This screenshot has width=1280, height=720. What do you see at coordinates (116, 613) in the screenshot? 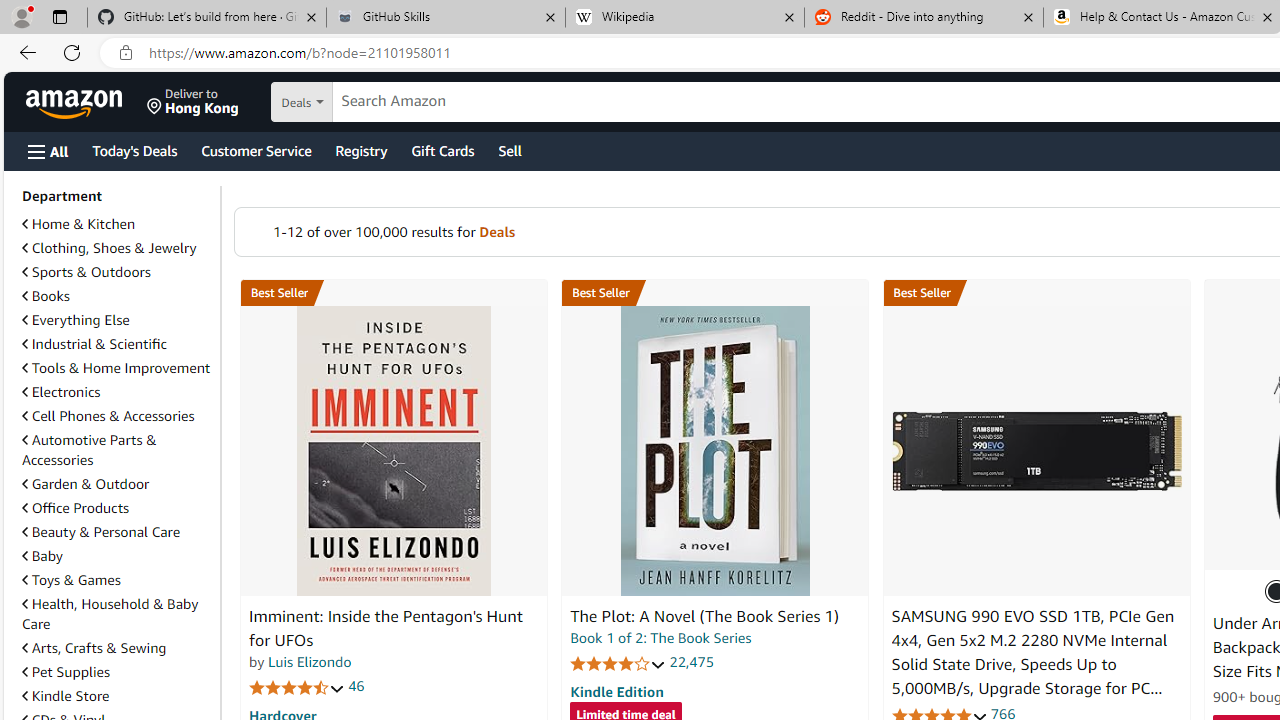
I see `'Health, Household & Baby Care'` at bounding box center [116, 613].